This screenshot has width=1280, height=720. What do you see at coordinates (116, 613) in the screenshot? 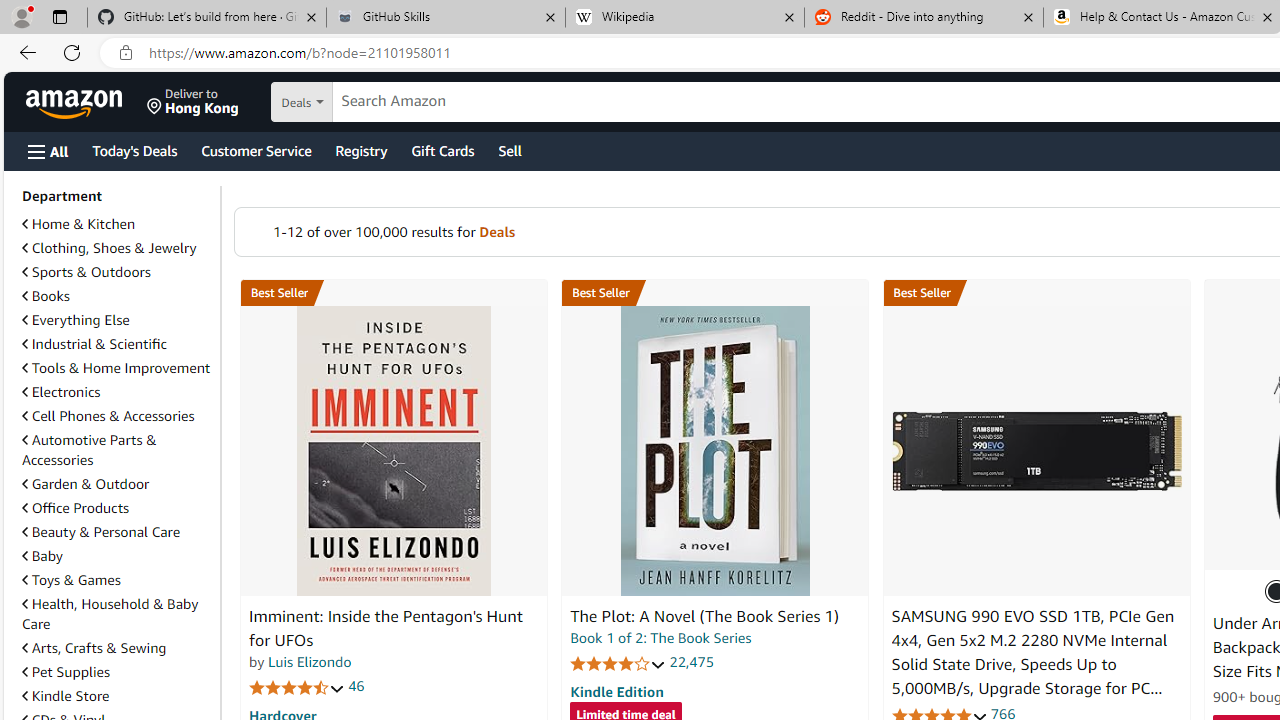
I see `'Health, Household & Baby Care'` at bounding box center [116, 613].